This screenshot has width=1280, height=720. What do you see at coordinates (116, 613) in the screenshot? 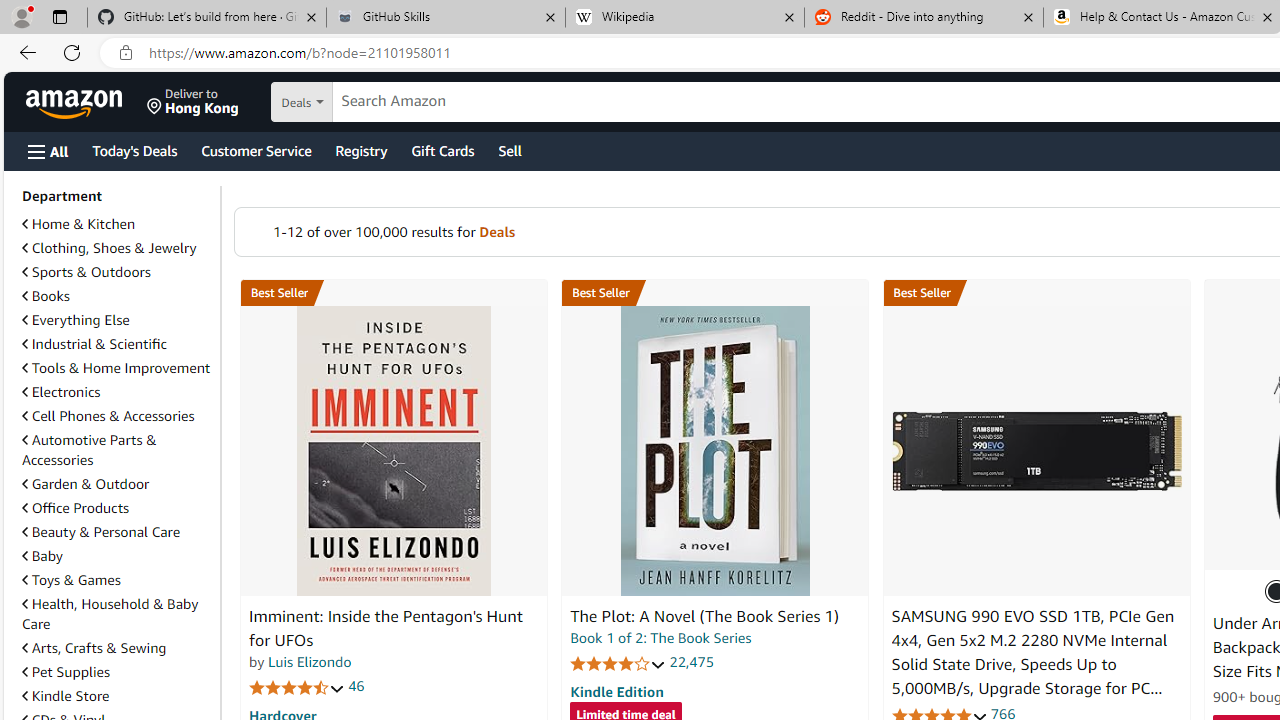
I see `'Health, Household & Baby Care'` at bounding box center [116, 613].